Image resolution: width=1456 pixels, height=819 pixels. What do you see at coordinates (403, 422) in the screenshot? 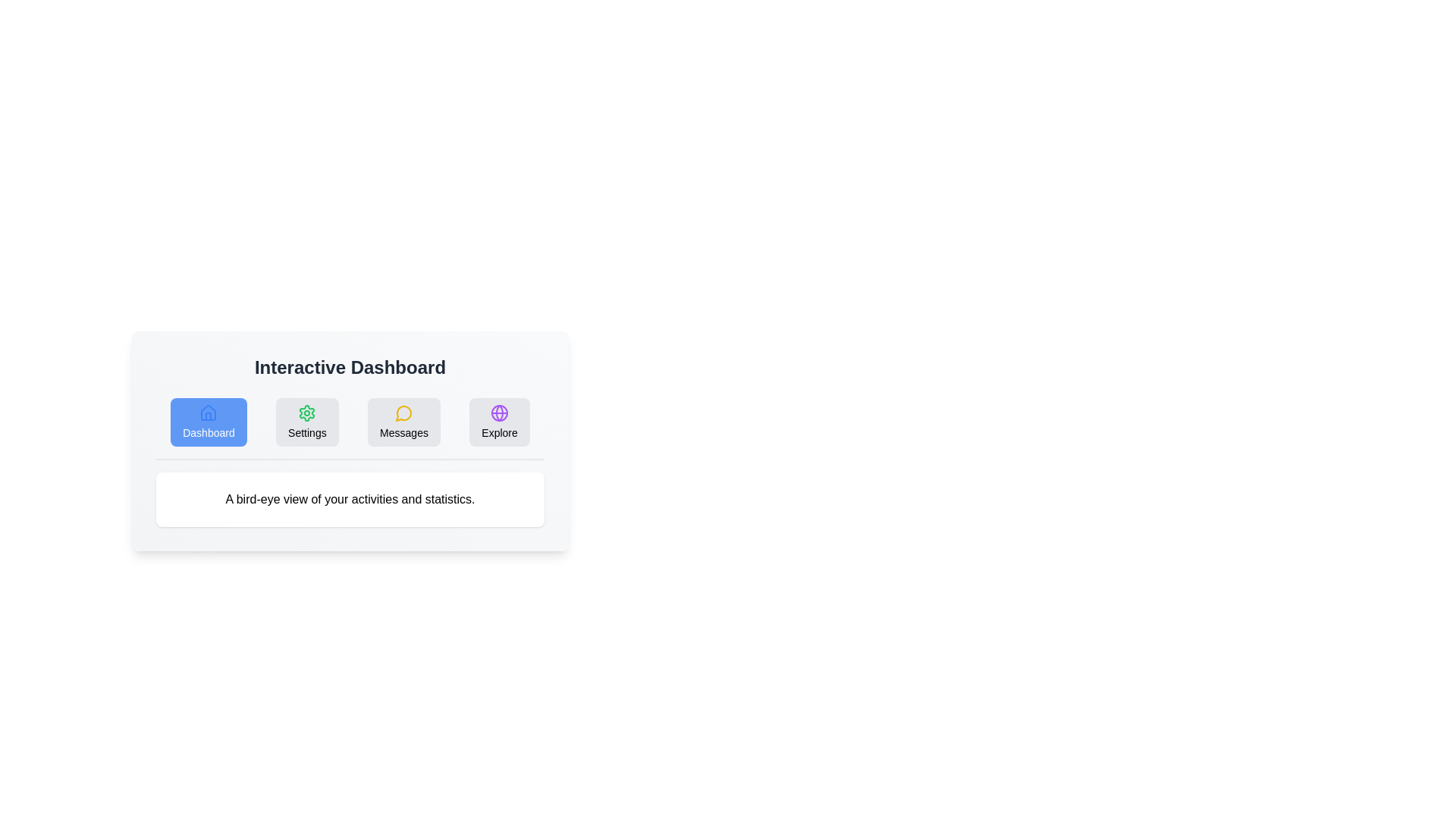
I see `the 'Messages' tab to view messages` at bounding box center [403, 422].